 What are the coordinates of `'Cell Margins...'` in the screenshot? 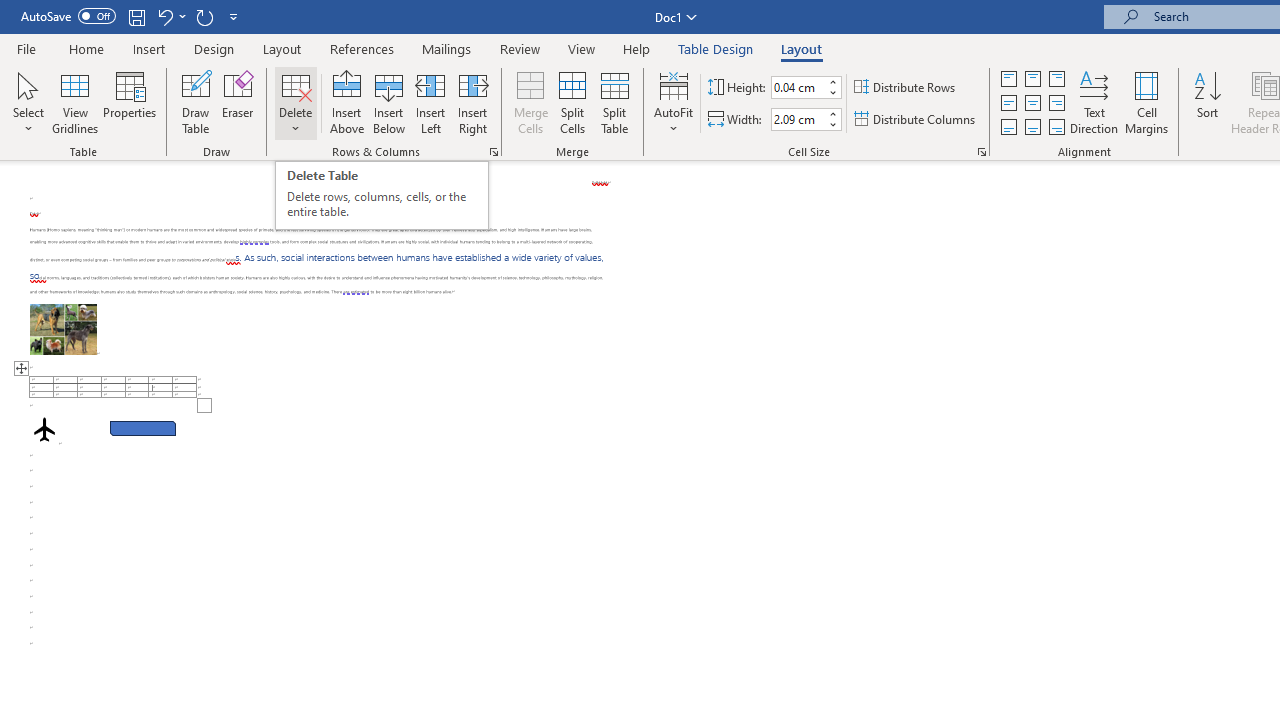 It's located at (1146, 103).